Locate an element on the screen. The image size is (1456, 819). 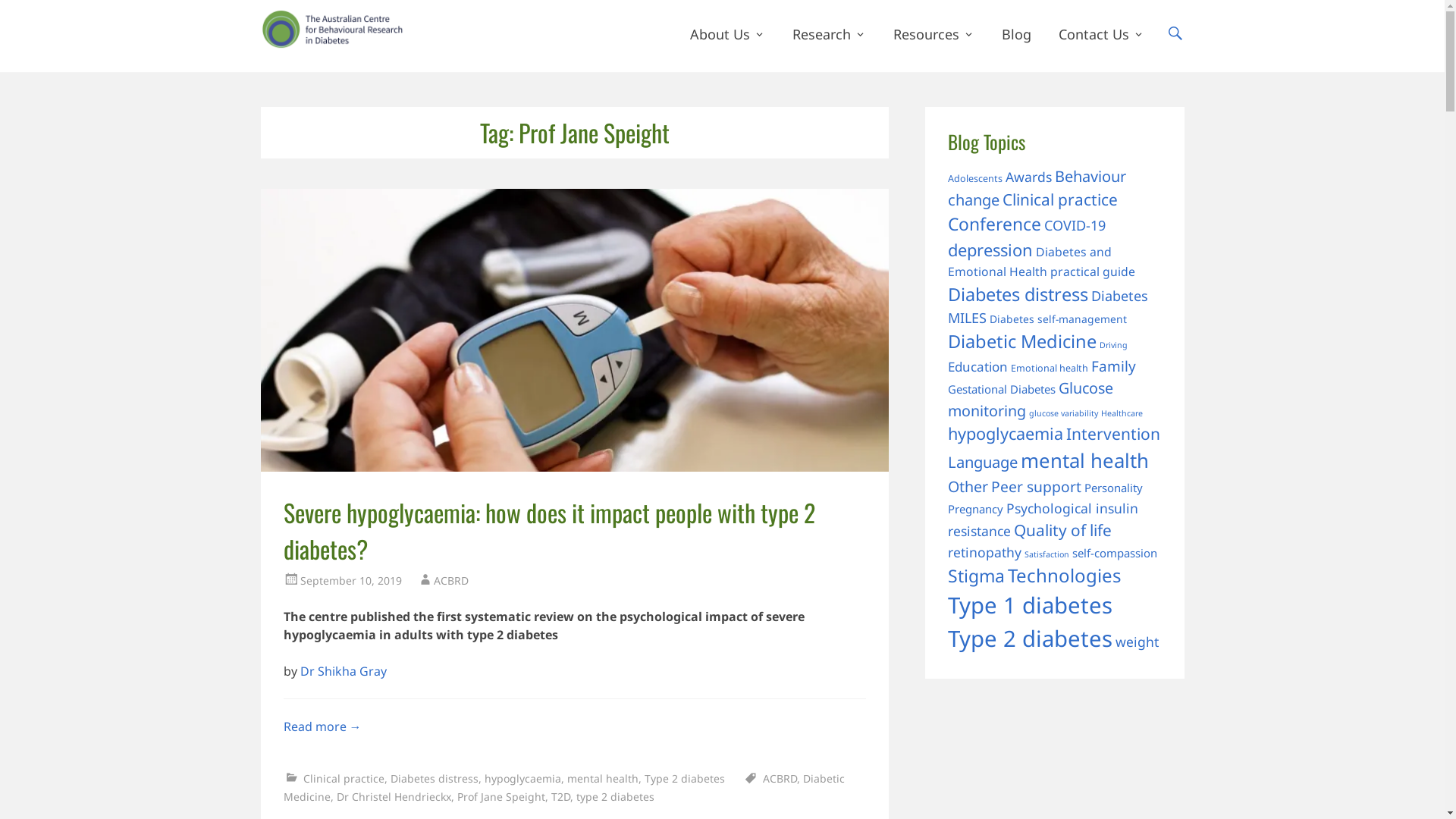
'Dr Shikha Gray' is located at coordinates (342, 670).